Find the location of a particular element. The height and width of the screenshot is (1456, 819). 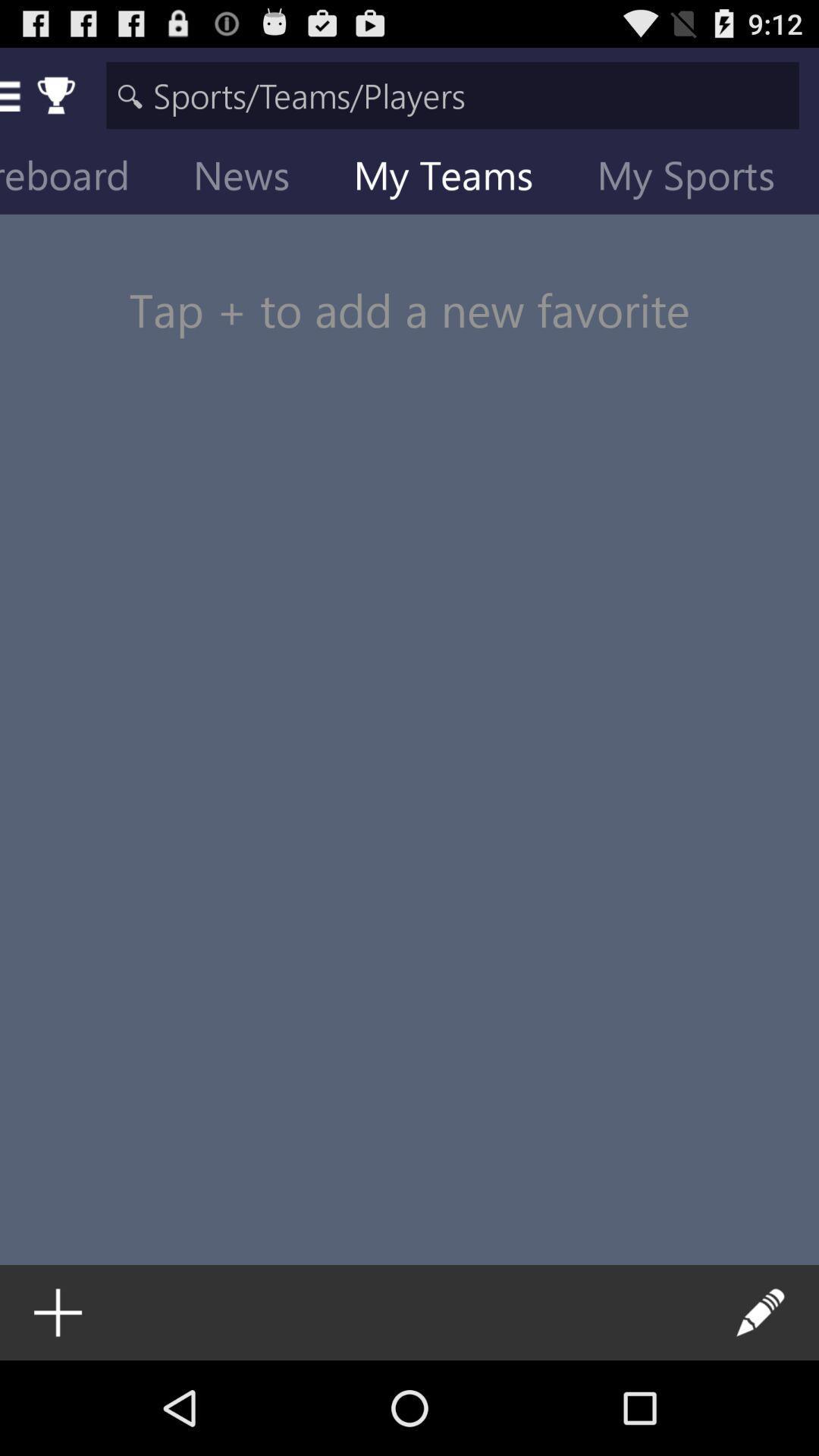

the icon next to scoreboard icon is located at coordinates (253, 178).